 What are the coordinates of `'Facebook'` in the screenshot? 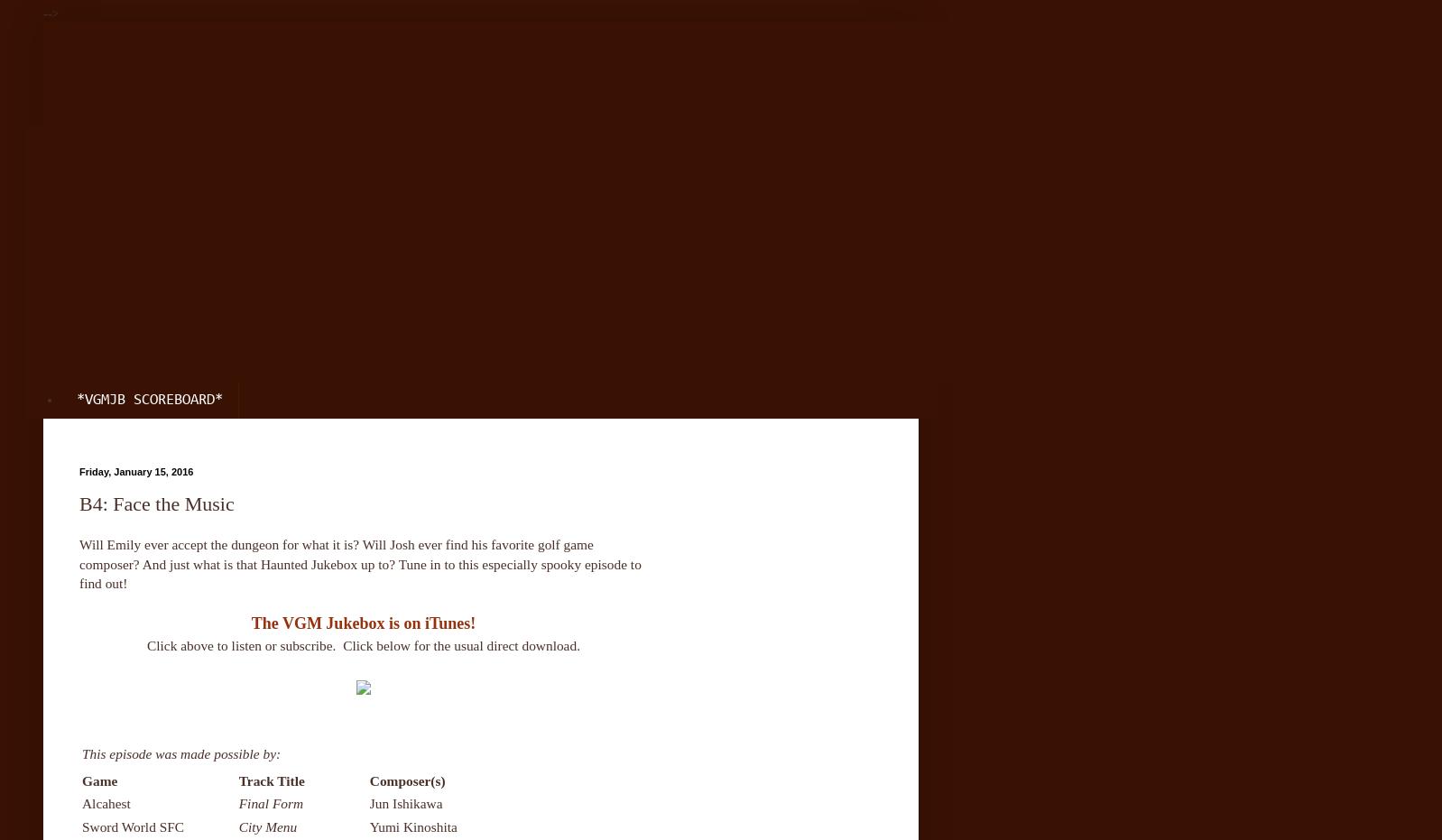 It's located at (107, 180).